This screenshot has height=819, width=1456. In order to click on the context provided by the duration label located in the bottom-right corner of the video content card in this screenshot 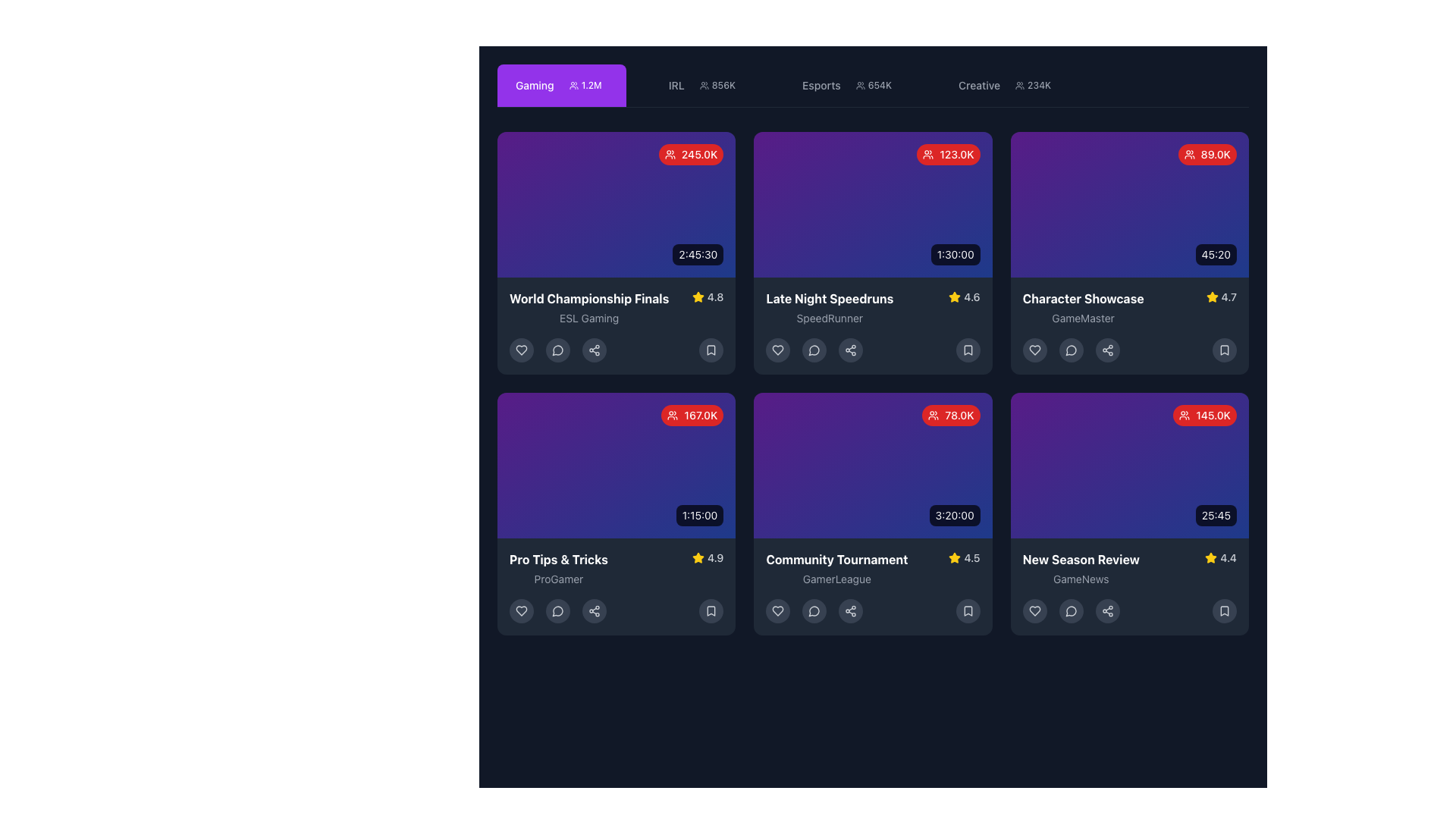, I will do `click(954, 514)`.